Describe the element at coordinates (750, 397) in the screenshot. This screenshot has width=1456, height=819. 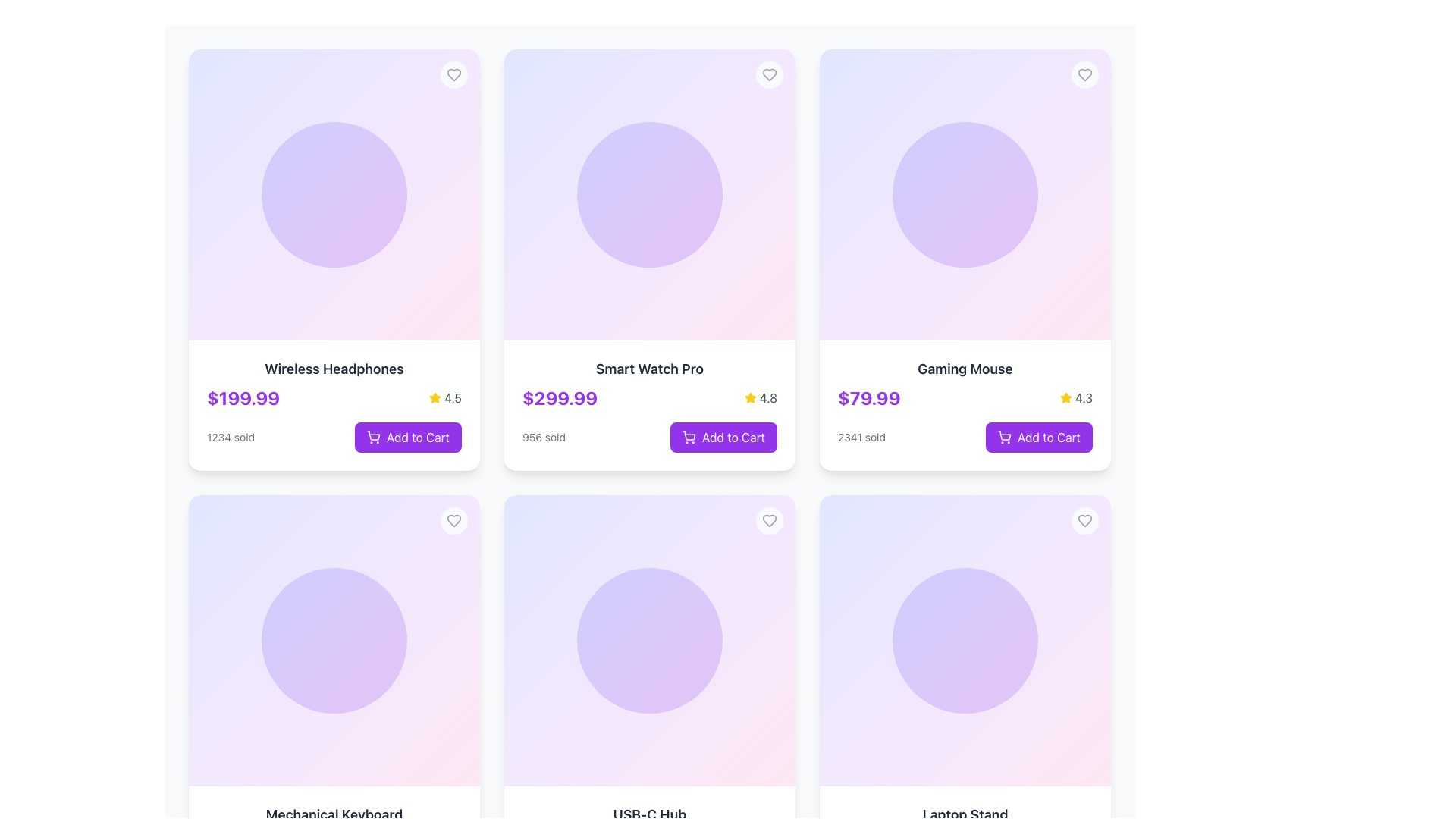
I see `the yellow star icon representing the rating feature for the product 'Smart Watch Pro', which is located to the right of the product price and above the 'Add to Cart' button` at that location.